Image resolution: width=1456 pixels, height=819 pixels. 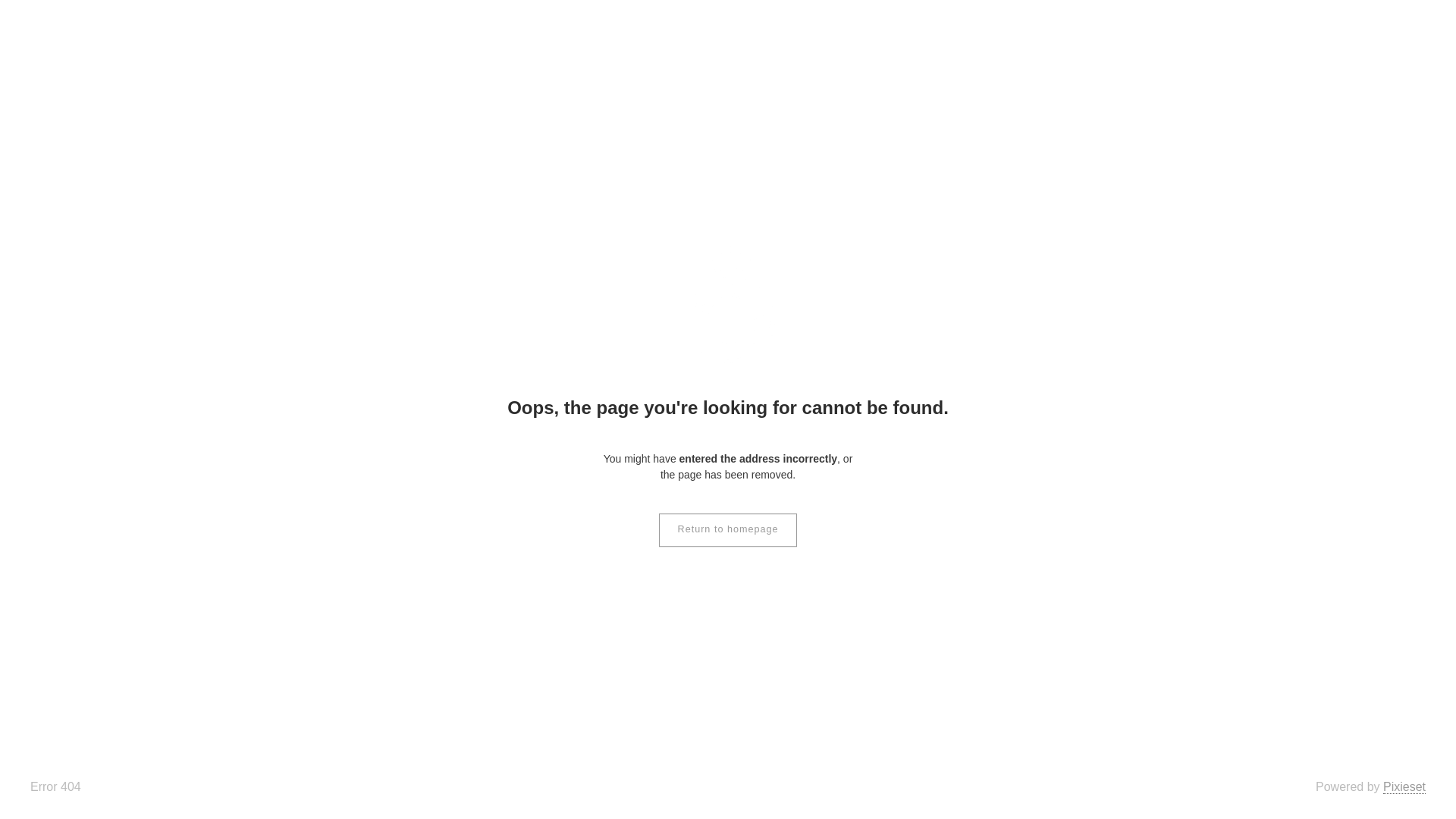 What do you see at coordinates (1404, 786) in the screenshot?
I see `'Pixieset'` at bounding box center [1404, 786].